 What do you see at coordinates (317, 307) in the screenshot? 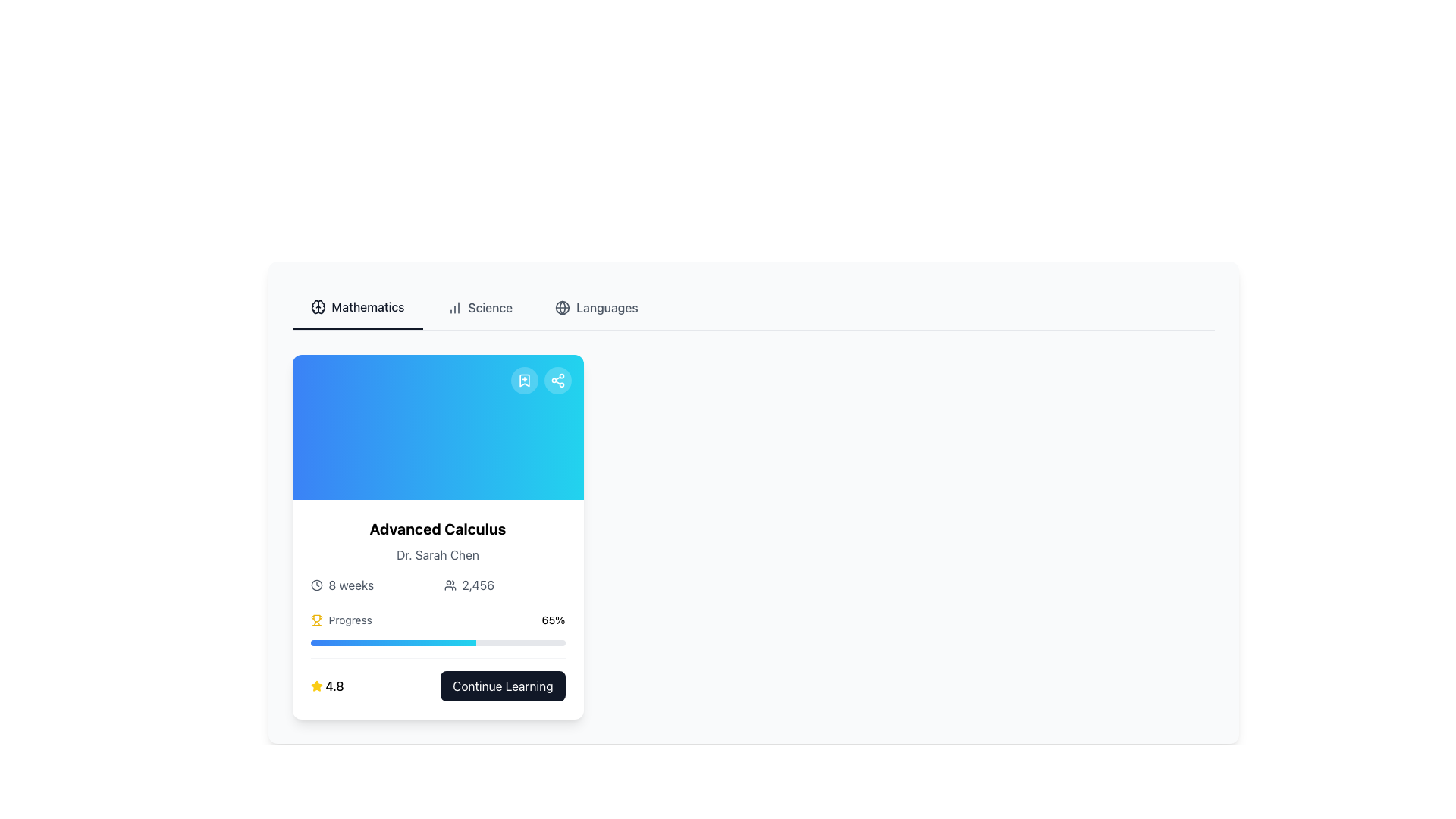
I see `the small stylized brain outline icon located to the left of the 'Mathematics' text for more information` at bounding box center [317, 307].